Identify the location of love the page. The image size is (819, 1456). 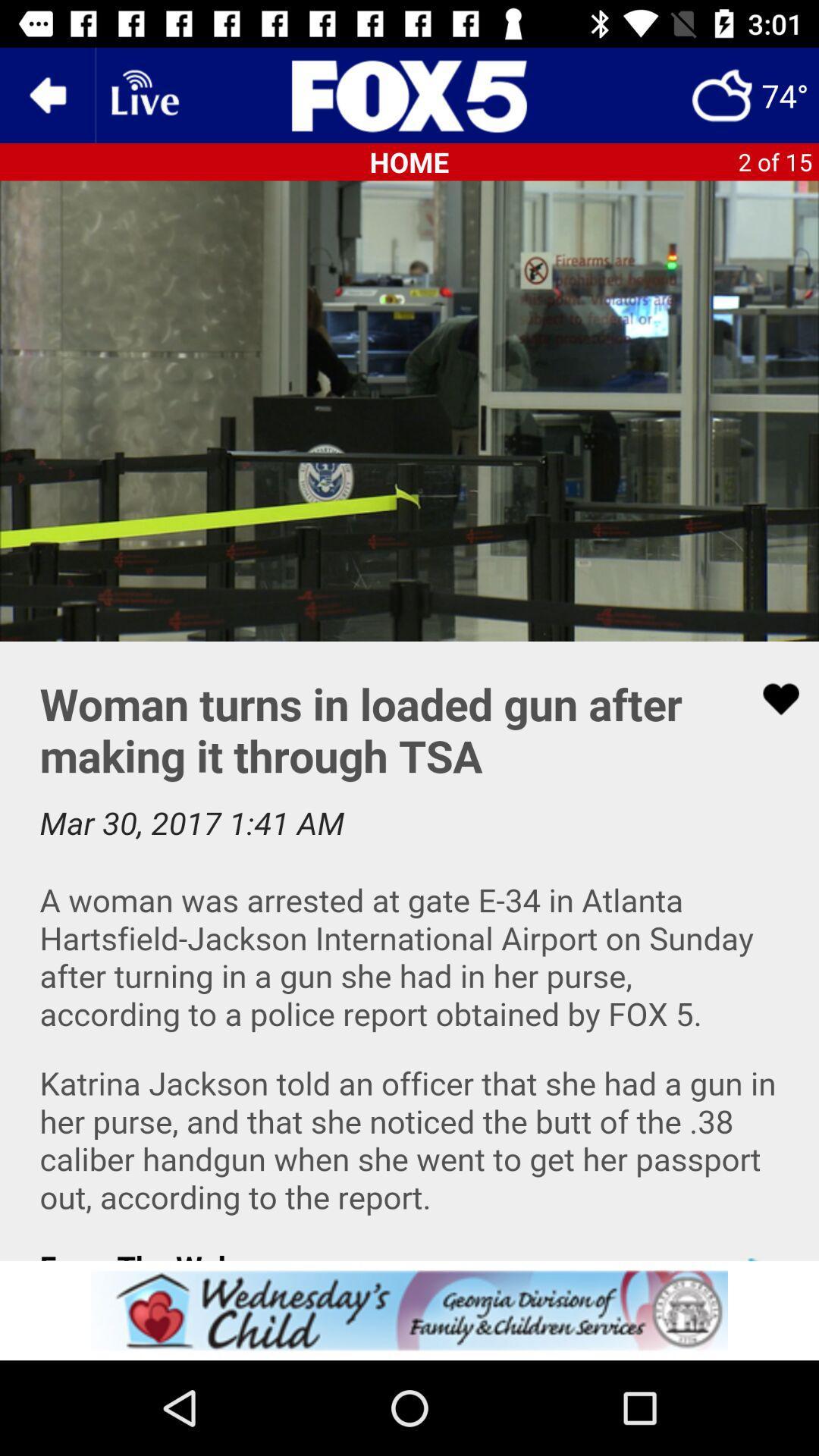
(771, 698).